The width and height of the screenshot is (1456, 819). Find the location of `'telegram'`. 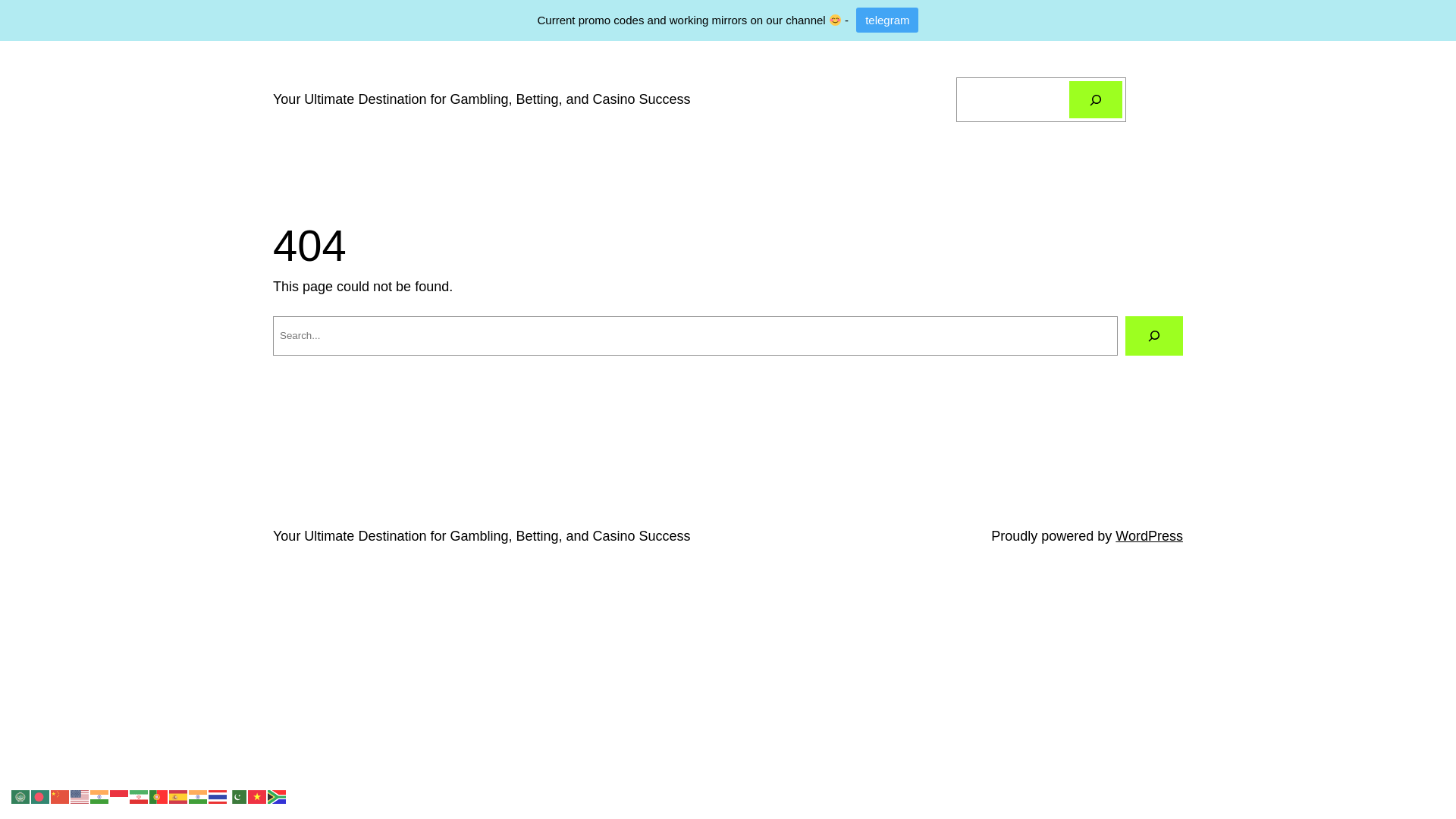

'telegram' is located at coordinates (887, 20).